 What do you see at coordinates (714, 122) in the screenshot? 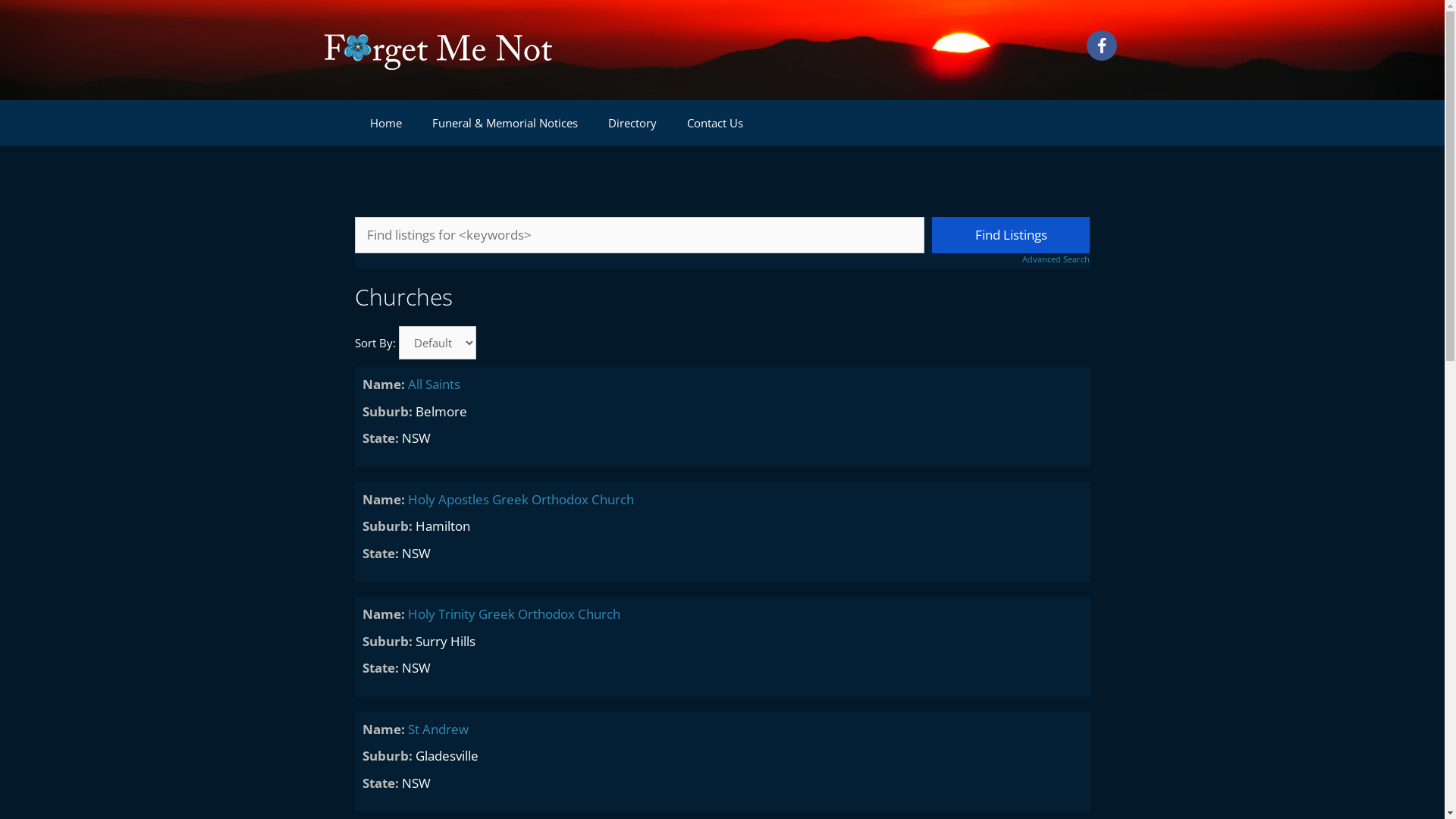
I see `'Contact Us'` at bounding box center [714, 122].